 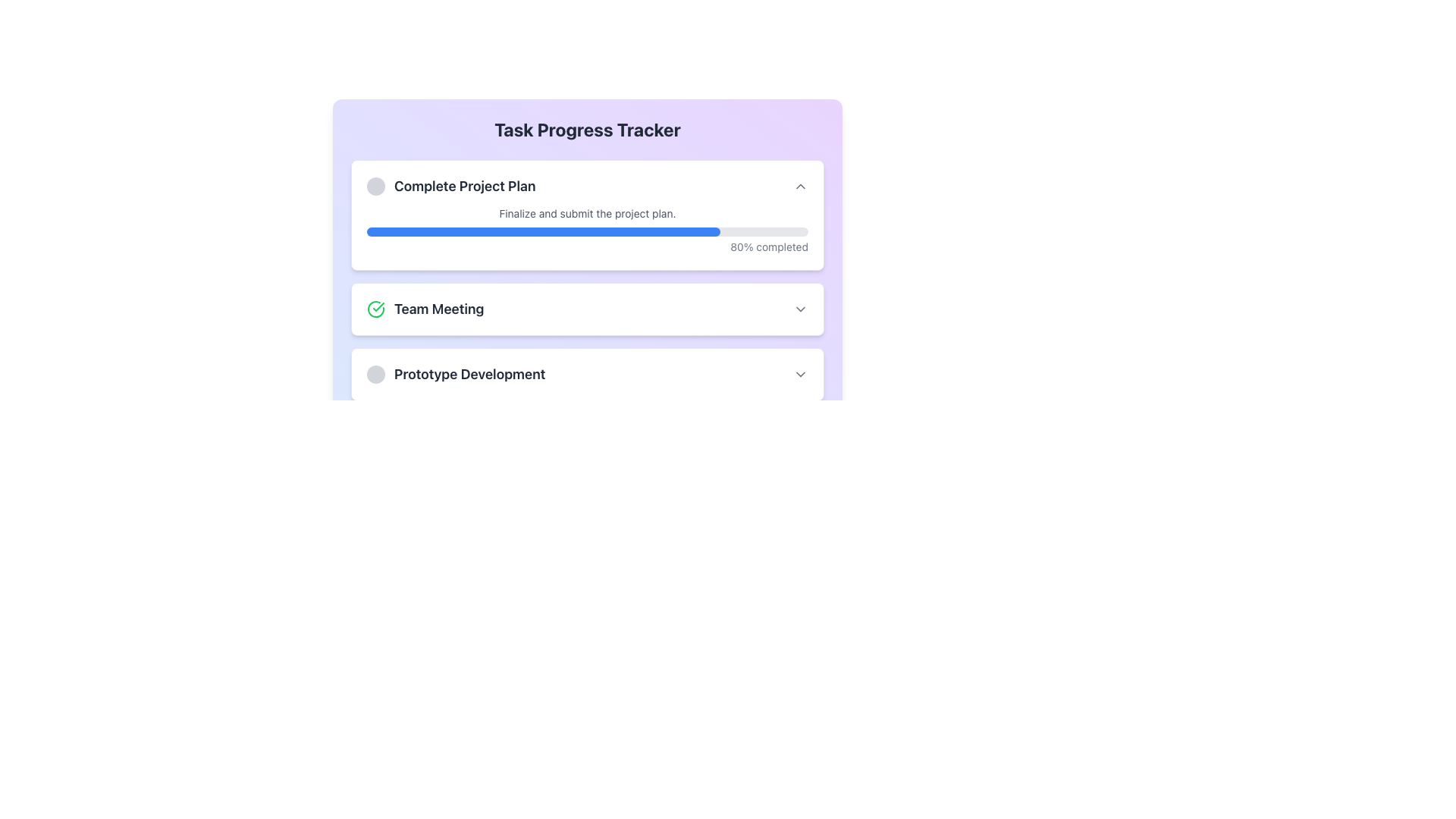 I want to click on the progress bar indicating 80% completion located in the 'Complete Project Plan' section of the task tracker interface, so click(x=543, y=231).